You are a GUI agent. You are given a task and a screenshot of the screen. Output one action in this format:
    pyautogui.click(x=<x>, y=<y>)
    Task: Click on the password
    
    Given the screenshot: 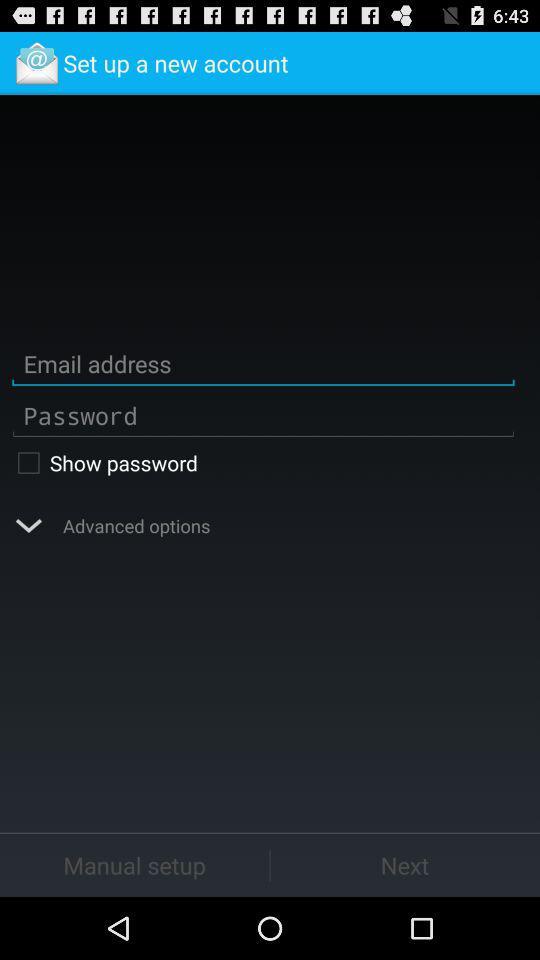 What is the action you would take?
    pyautogui.click(x=263, y=414)
    